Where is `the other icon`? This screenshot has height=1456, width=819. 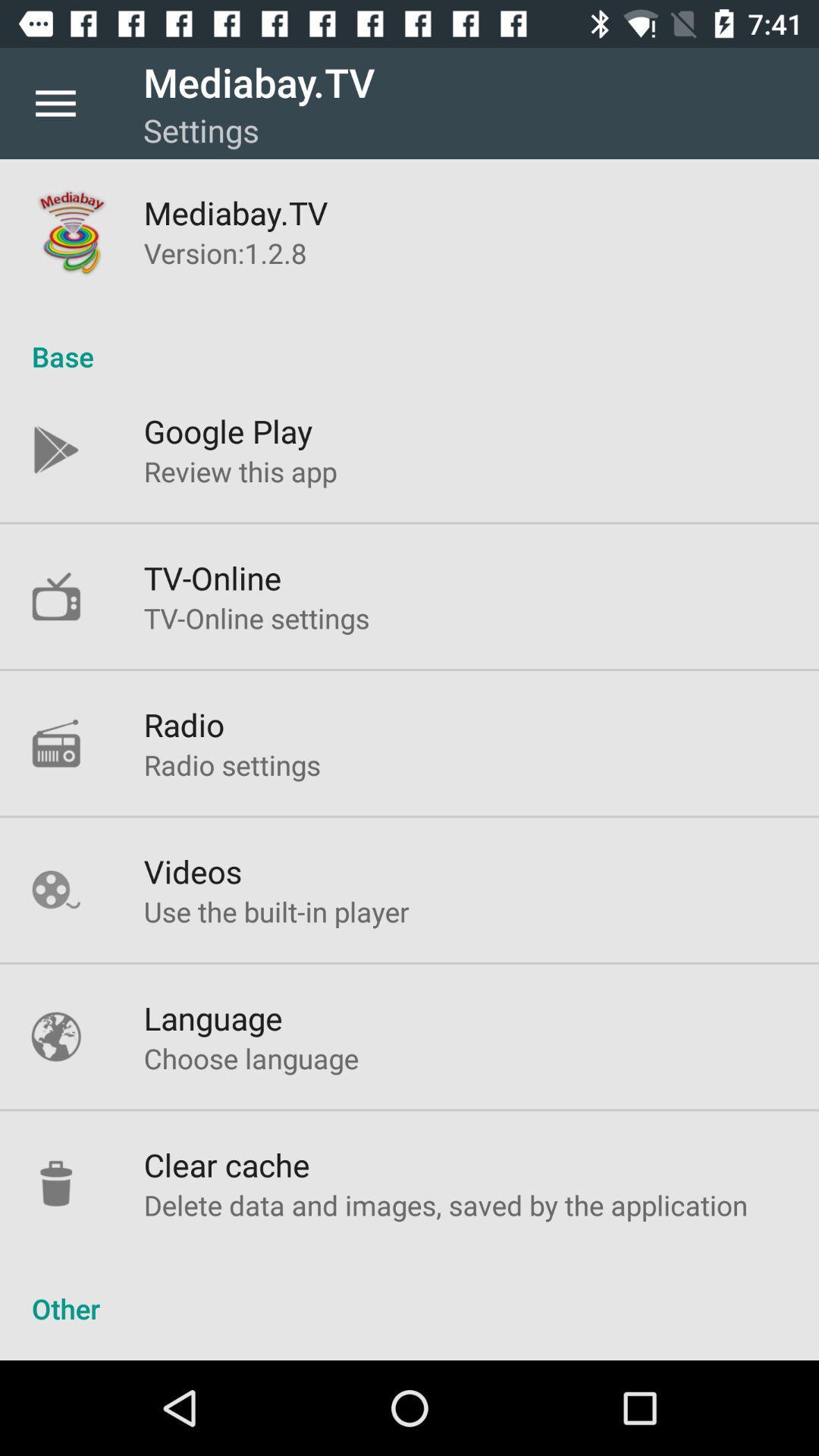
the other icon is located at coordinates (409, 1291).